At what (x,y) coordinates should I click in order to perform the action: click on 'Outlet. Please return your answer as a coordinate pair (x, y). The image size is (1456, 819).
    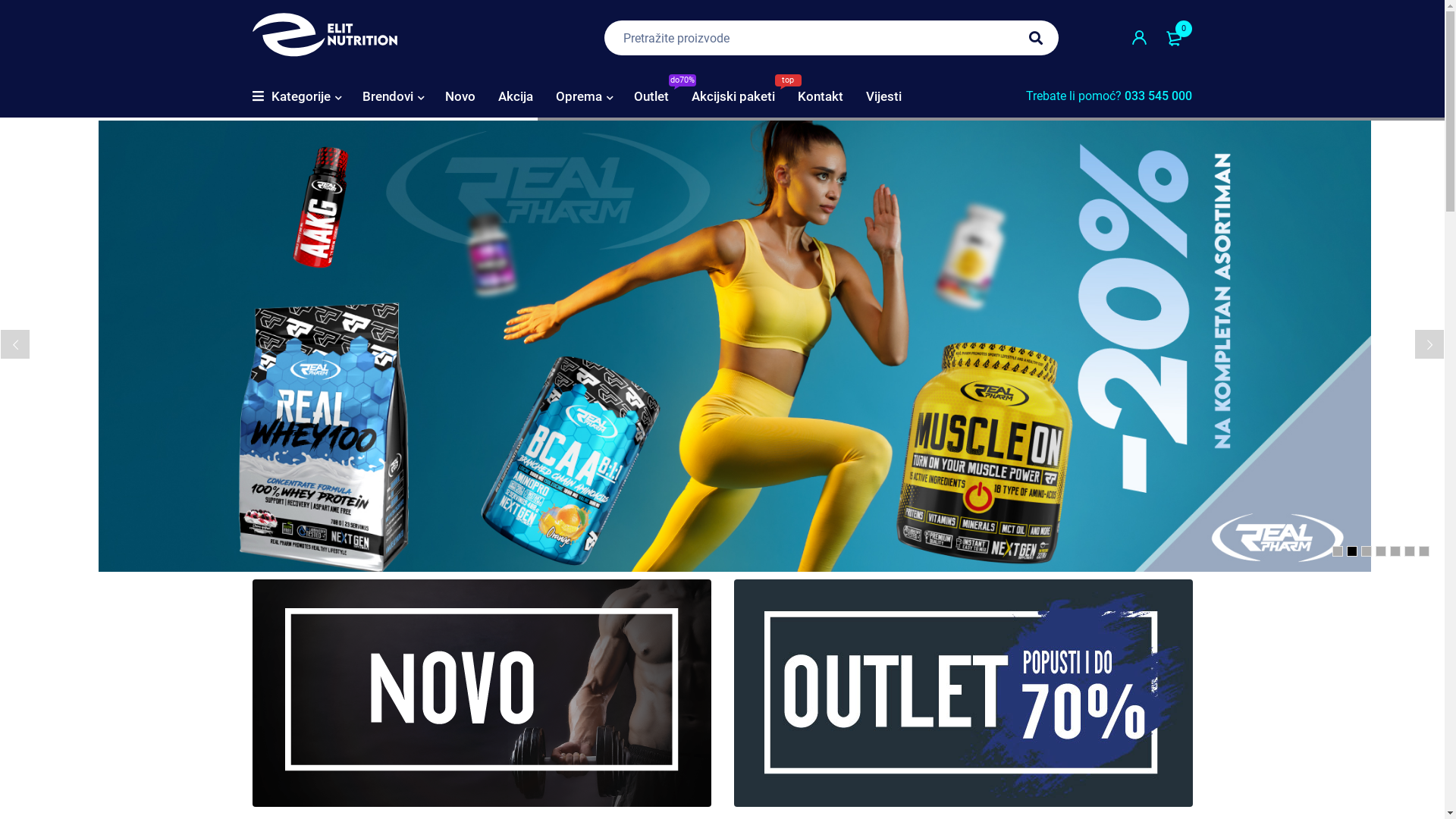
    Looking at the image, I should click on (633, 96).